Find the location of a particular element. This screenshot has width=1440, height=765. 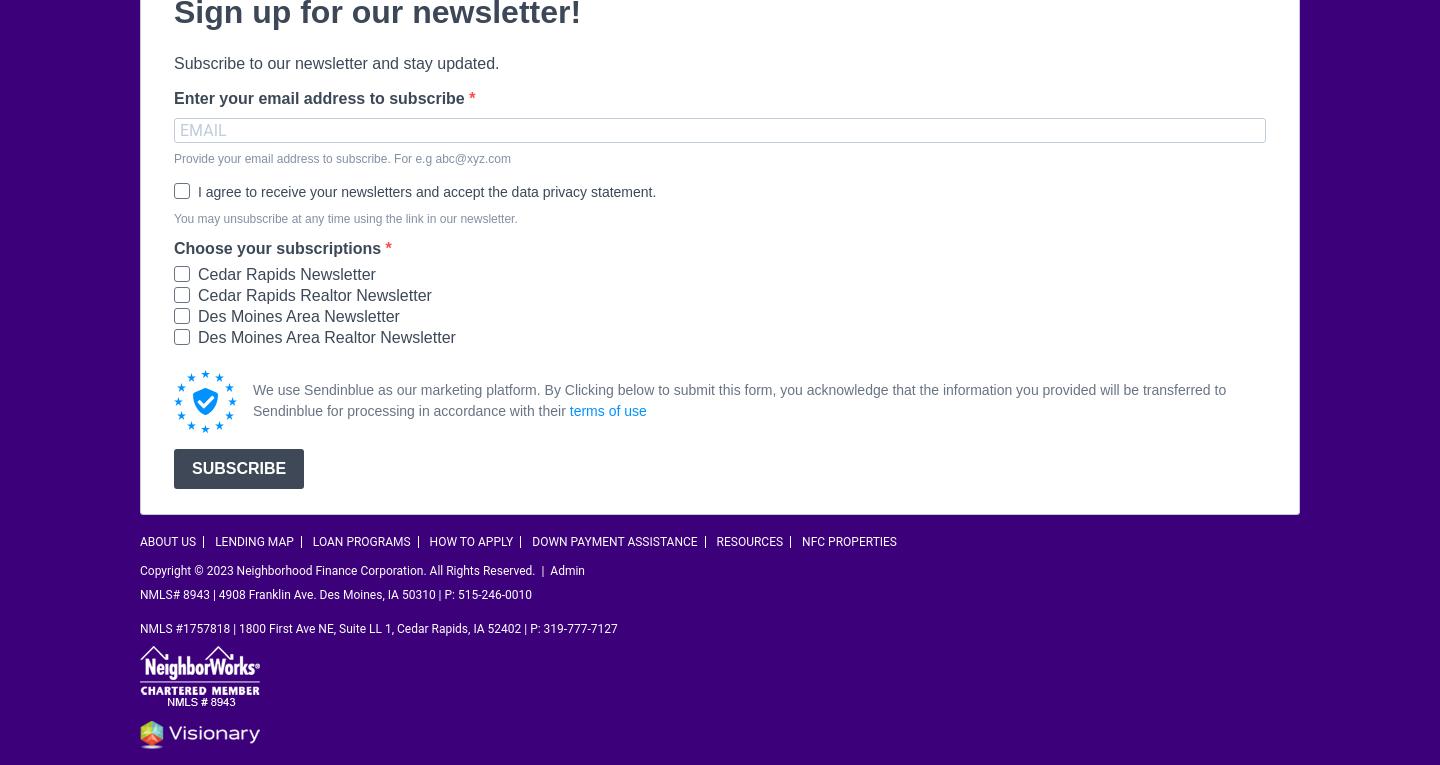

'terms of use' is located at coordinates (568, 411).